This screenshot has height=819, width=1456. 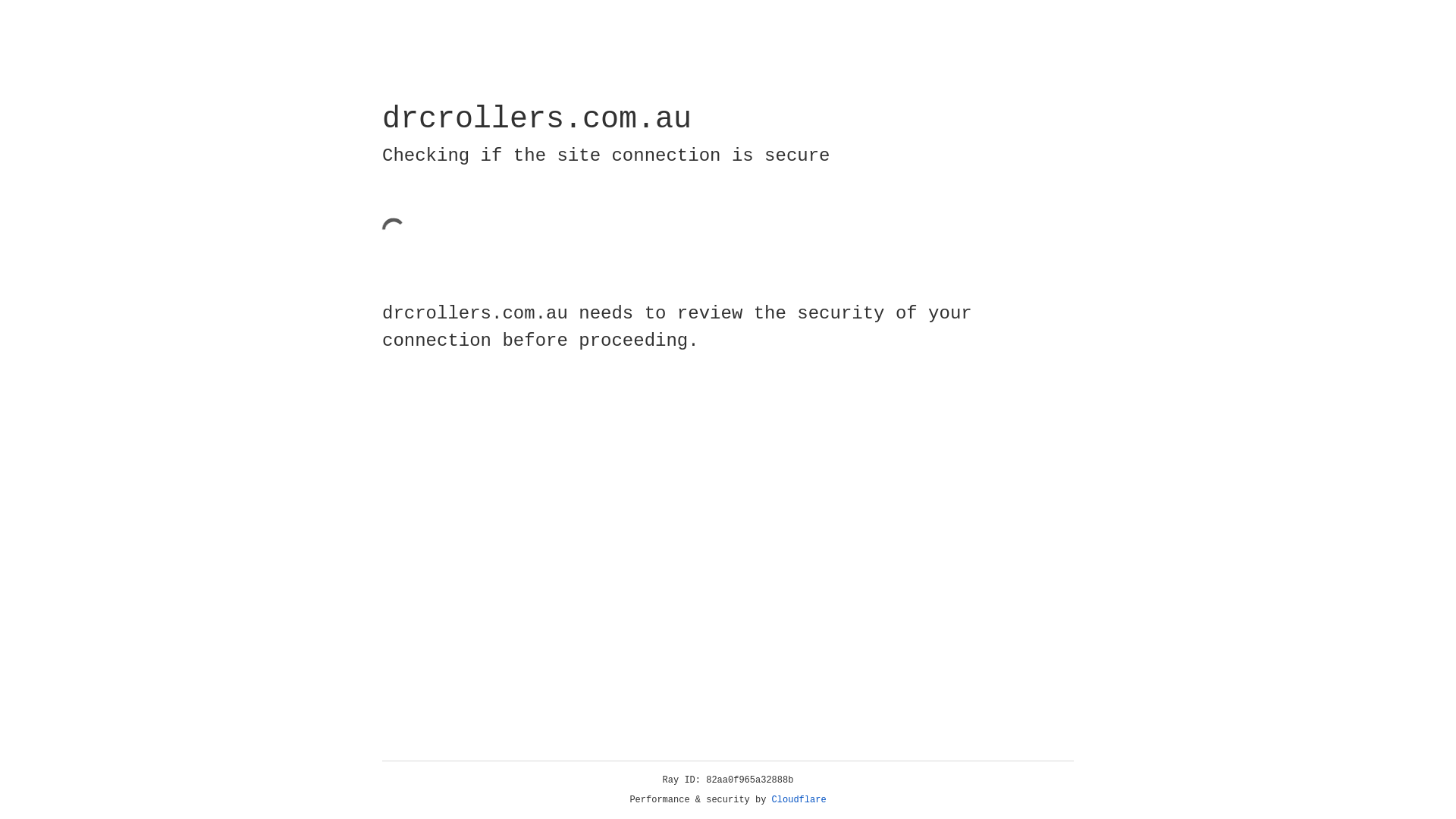 What do you see at coordinates (799, 799) in the screenshot?
I see `'Cloudflare'` at bounding box center [799, 799].